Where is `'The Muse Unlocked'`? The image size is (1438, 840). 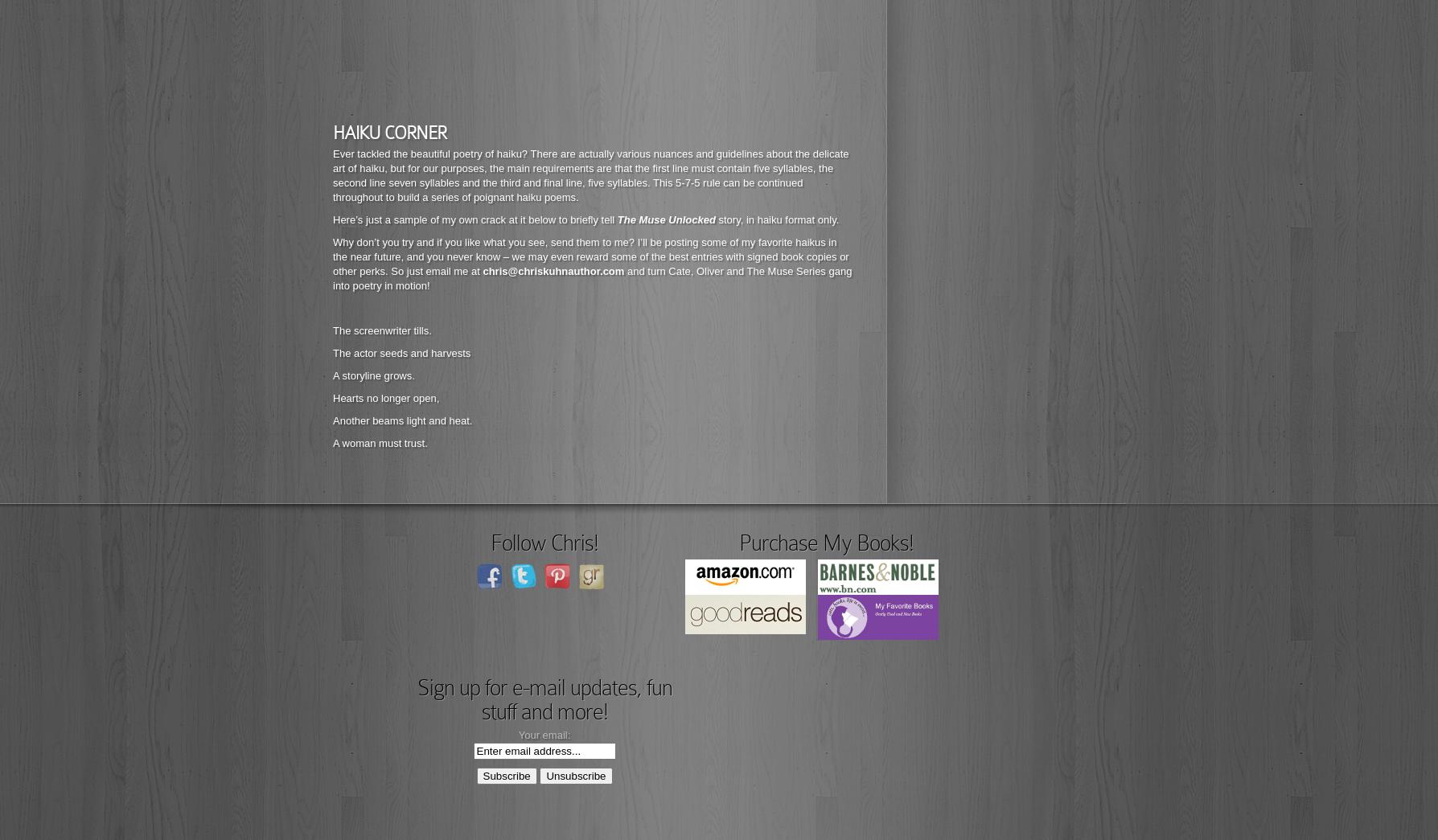
'The Muse Unlocked' is located at coordinates (665, 219).